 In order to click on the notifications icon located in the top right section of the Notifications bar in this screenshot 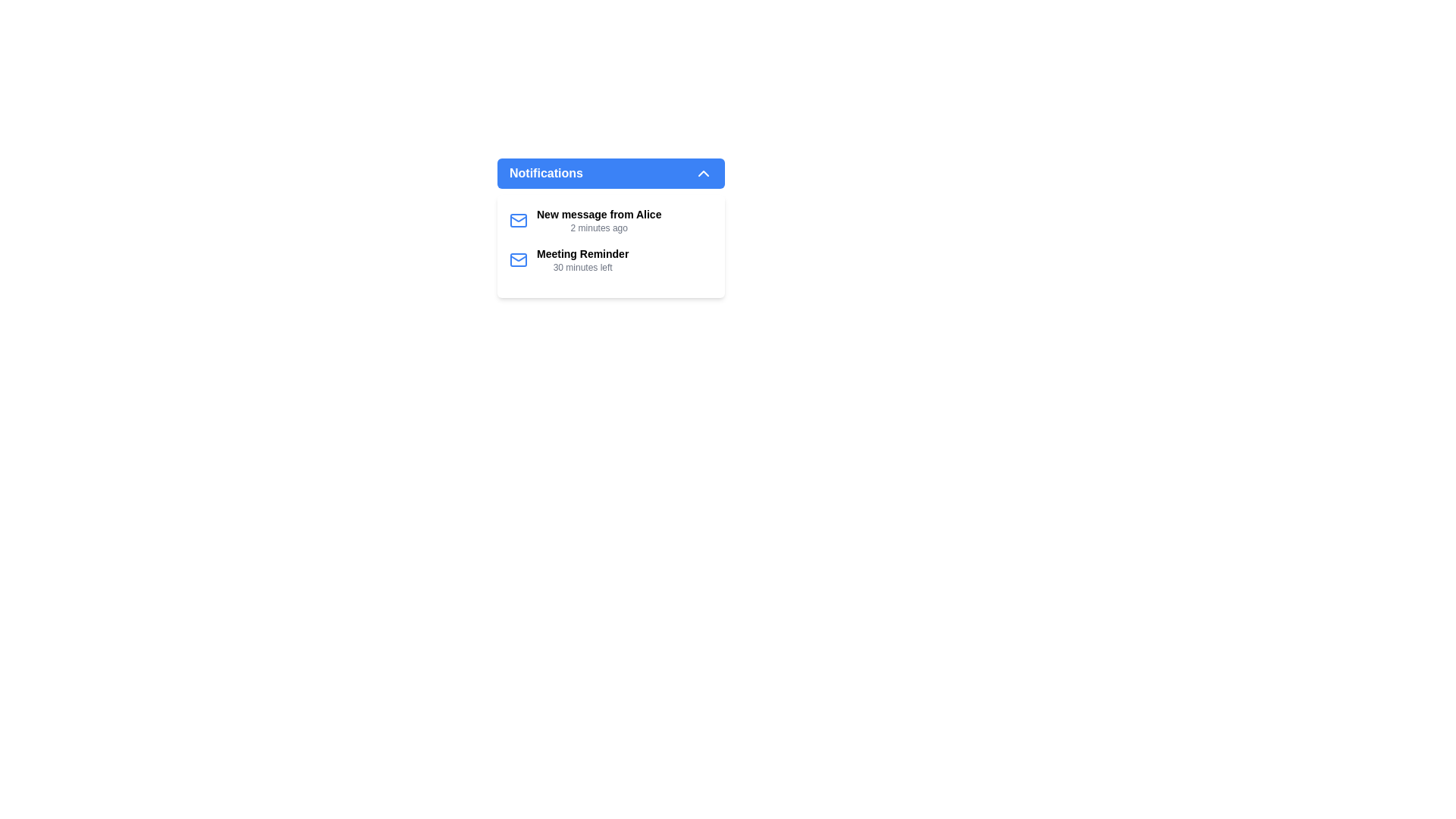, I will do `click(702, 172)`.